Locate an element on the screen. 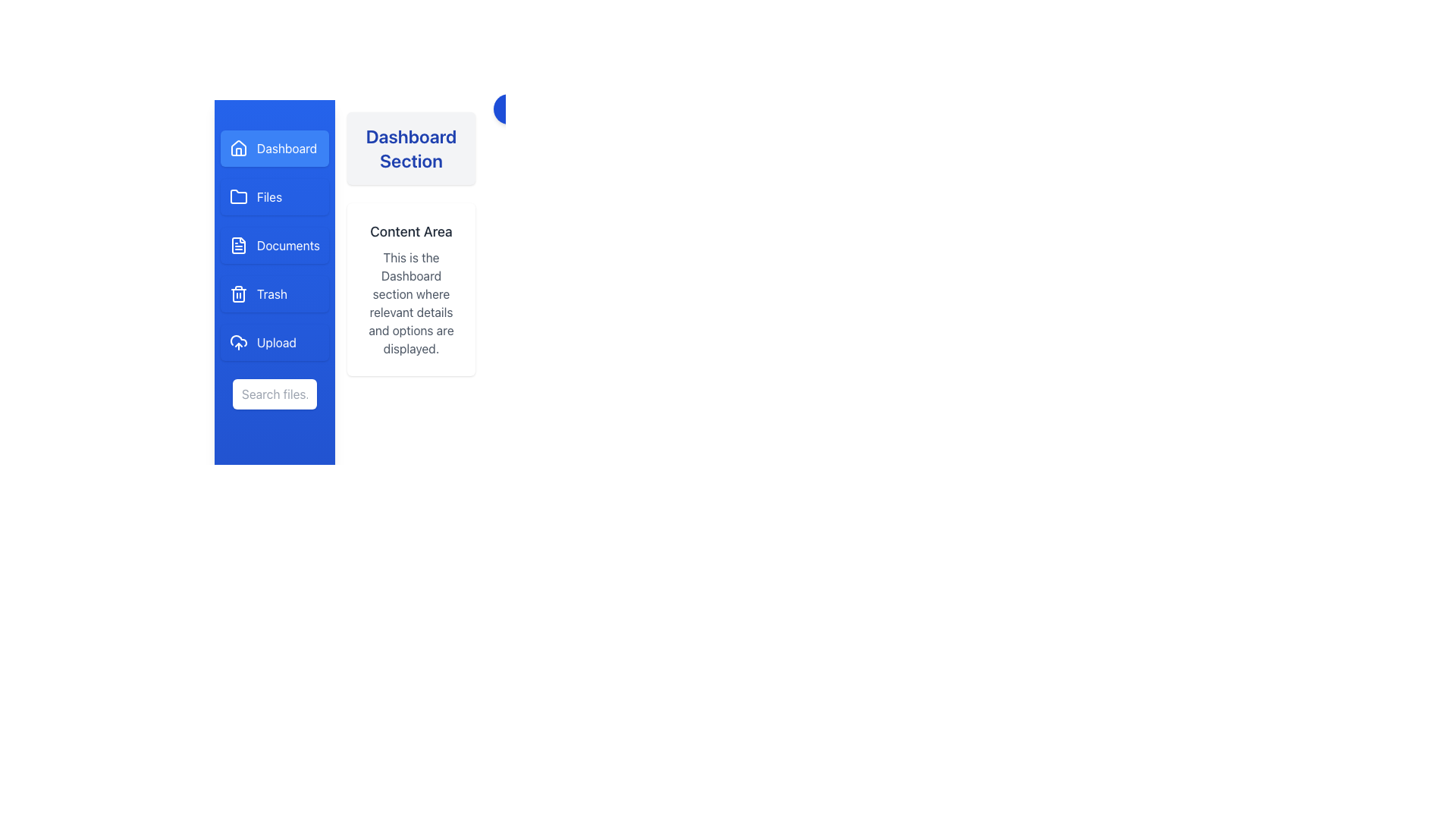 This screenshot has width=1456, height=819. the SVG icon representing a document, which is styled with a thin border and placed to the left of the label 'Documents' in the vertical menu bar is located at coordinates (238, 245).